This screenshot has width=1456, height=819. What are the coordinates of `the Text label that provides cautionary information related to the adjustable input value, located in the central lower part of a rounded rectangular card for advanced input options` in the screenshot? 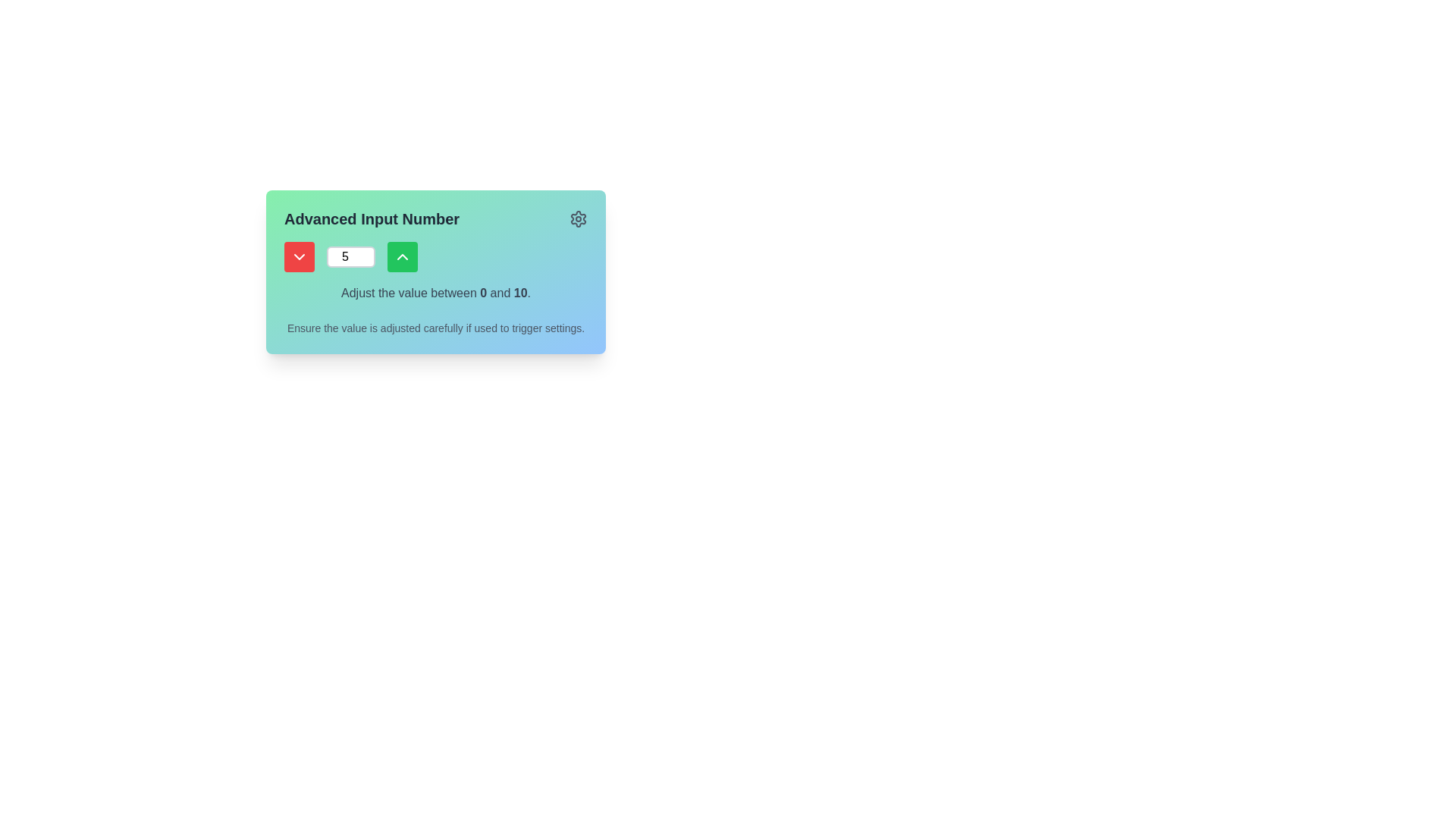 It's located at (435, 327).